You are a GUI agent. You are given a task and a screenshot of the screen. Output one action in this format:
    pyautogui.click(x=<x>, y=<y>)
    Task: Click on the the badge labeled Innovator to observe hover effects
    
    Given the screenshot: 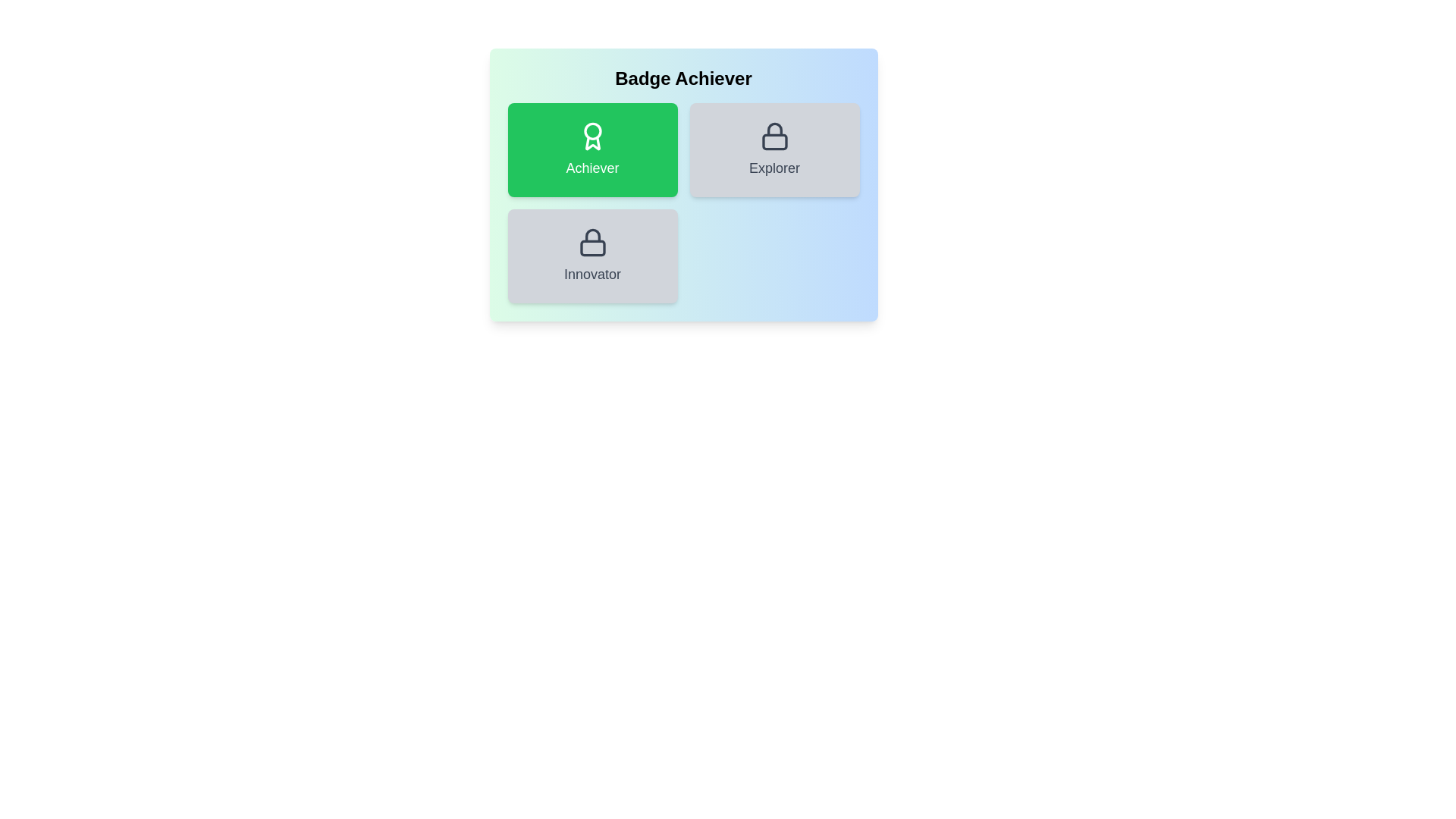 What is the action you would take?
    pyautogui.click(x=591, y=256)
    